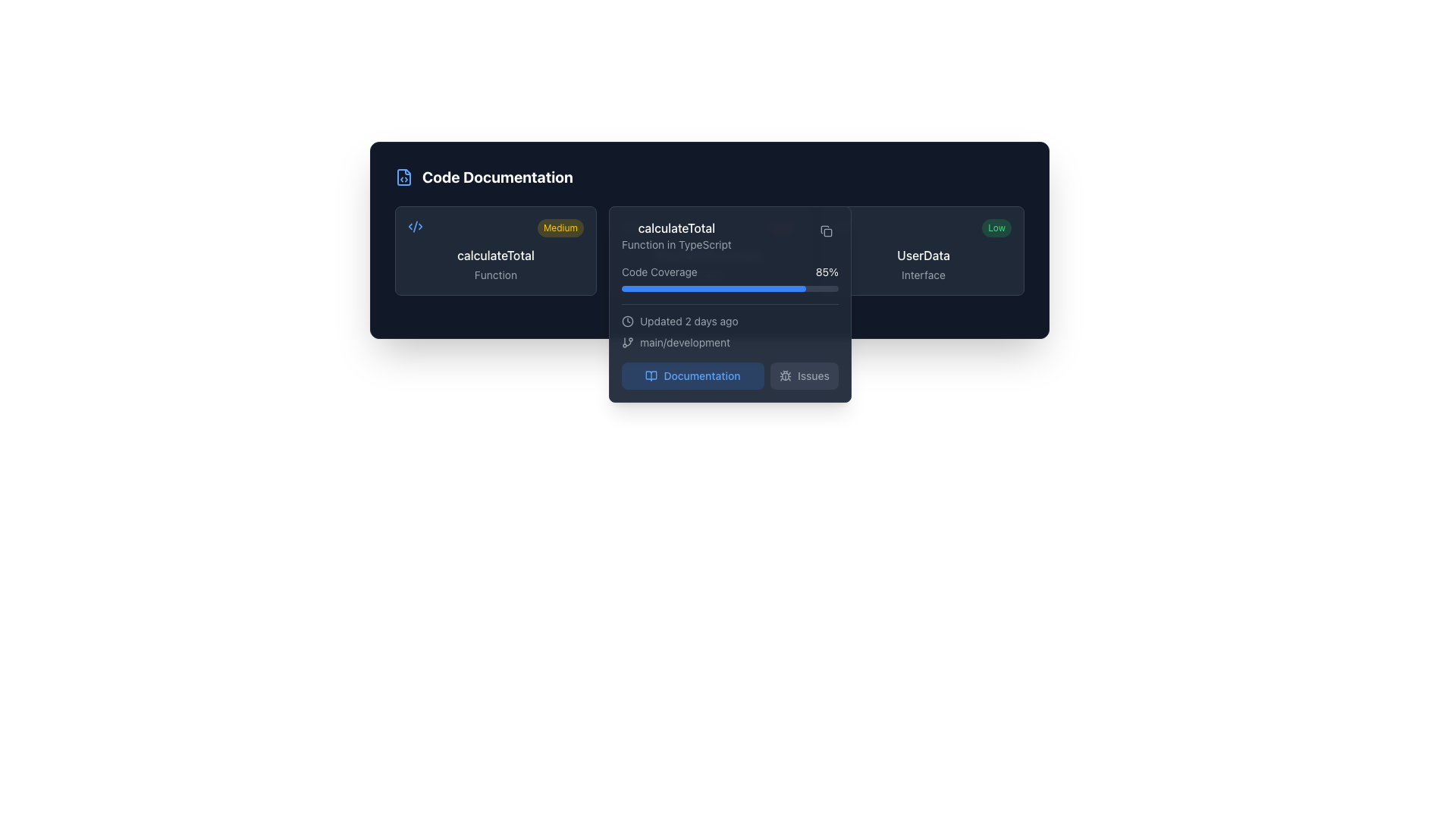  What do you see at coordinates (825, 231) in the screenshot?
I see `the interactive icon button located at the top-right corner of the panel related to the 'calculateTotal' function to copy content` at bounding box center [825, 231].